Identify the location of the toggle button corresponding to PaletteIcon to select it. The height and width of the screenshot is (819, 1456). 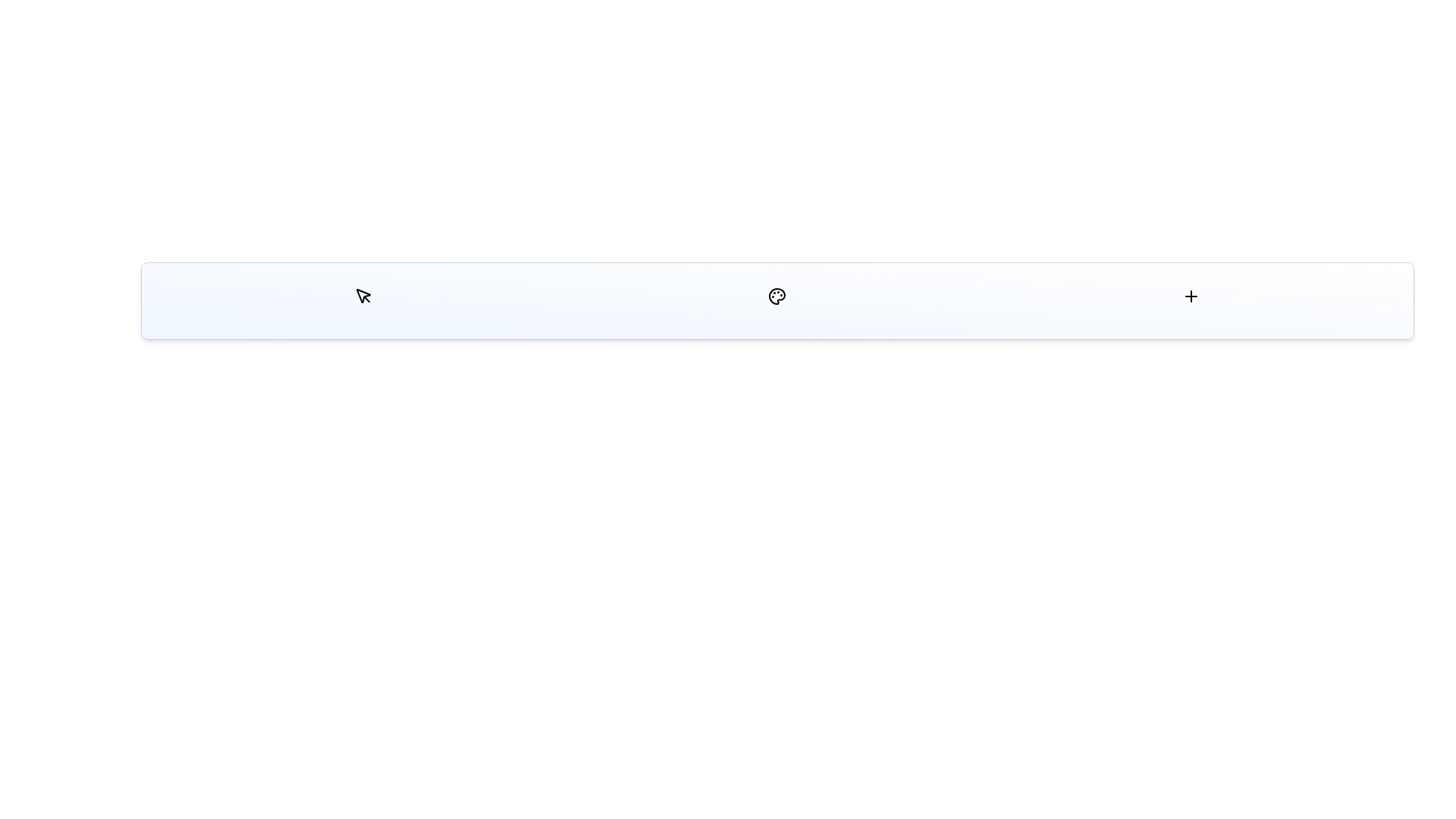
(777, 296).